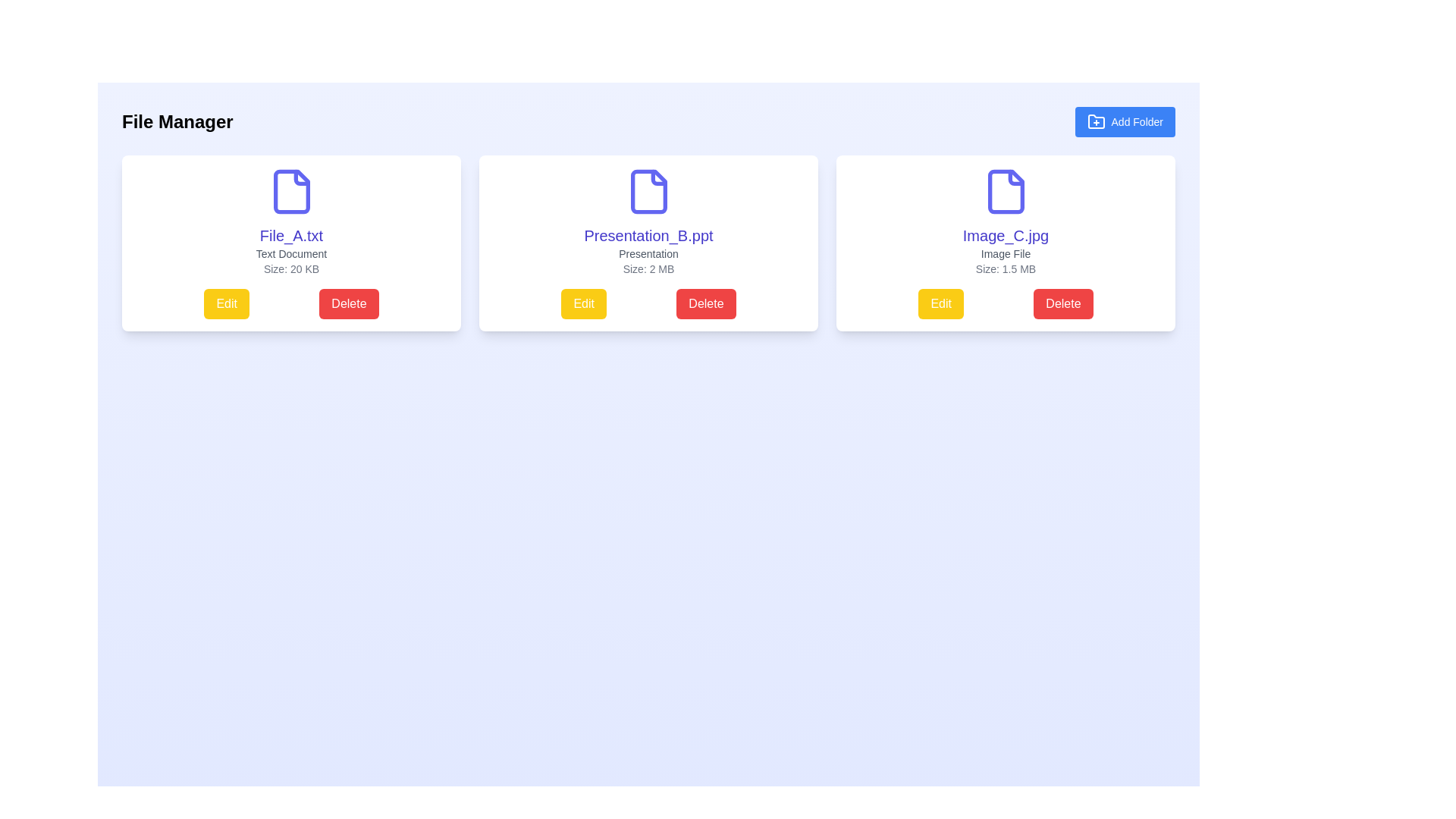 This screenshot has width=1456, height=819. What do you see at coordinates (1006, 191) in the screenshot?
I see `the clipart-like icon of a file with a folded corner in blue, located above the text 'Image_C.jpg'` at bounding box center [1006, 191].